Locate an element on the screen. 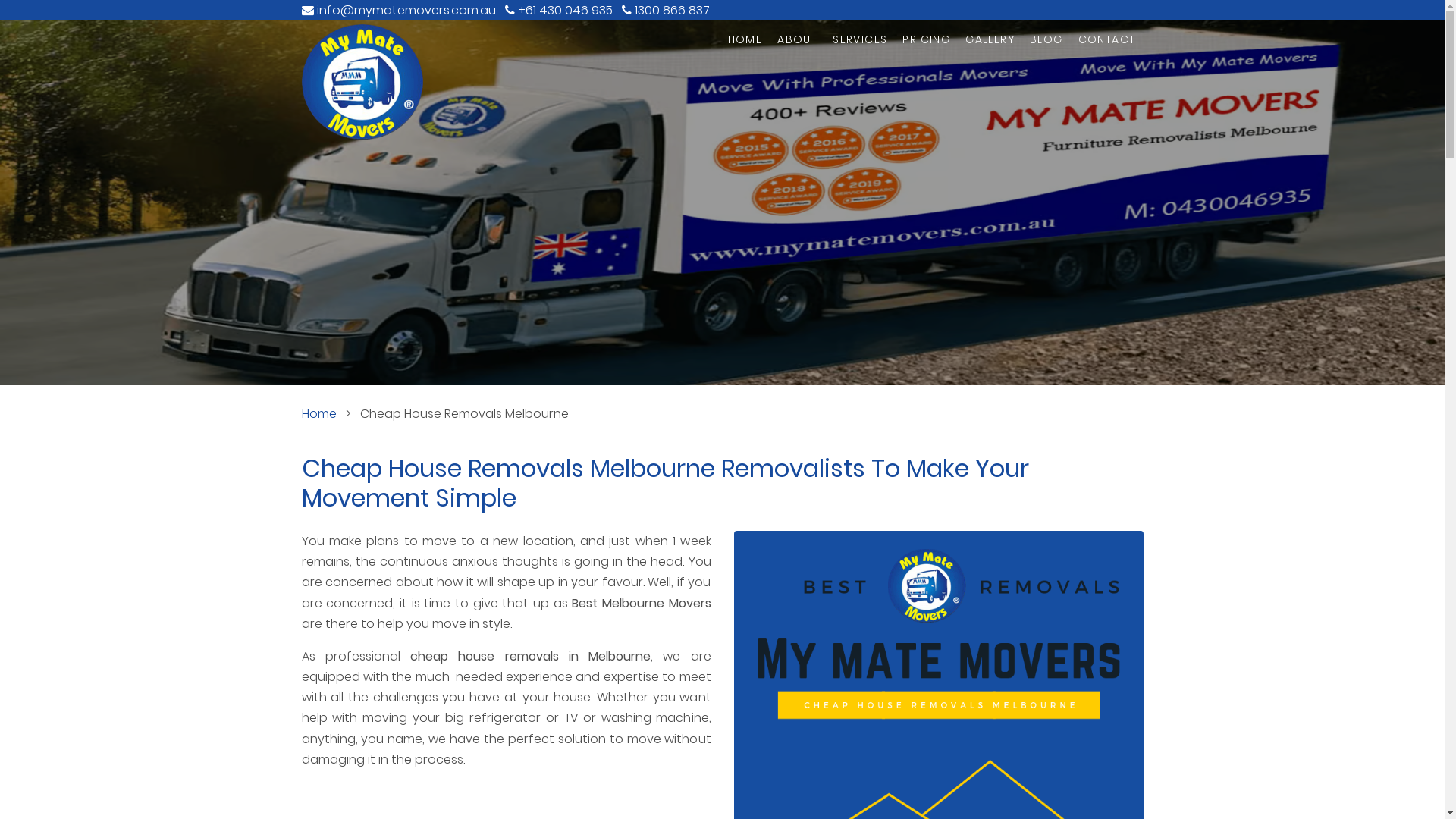  '+61 430 046 935' is located at coordinates (563, 10).